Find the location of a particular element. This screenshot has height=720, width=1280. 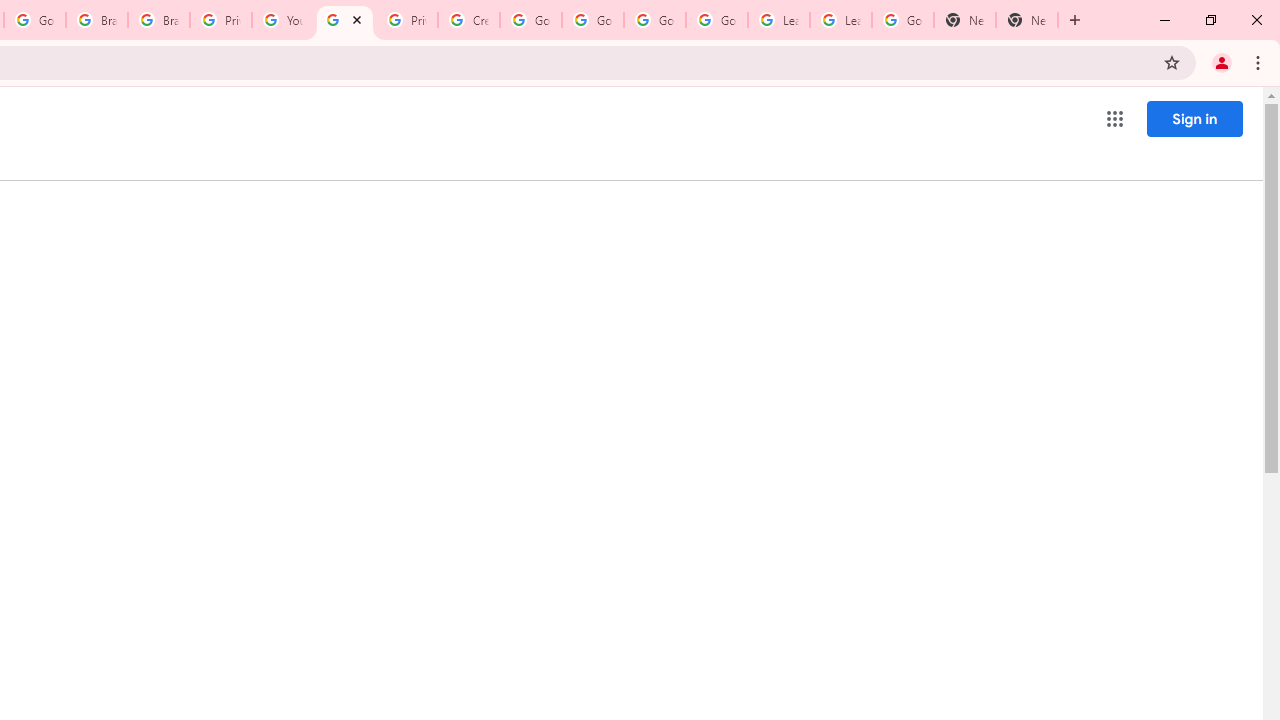

'Brand Resource Center' is located at coordinates (96, 20).